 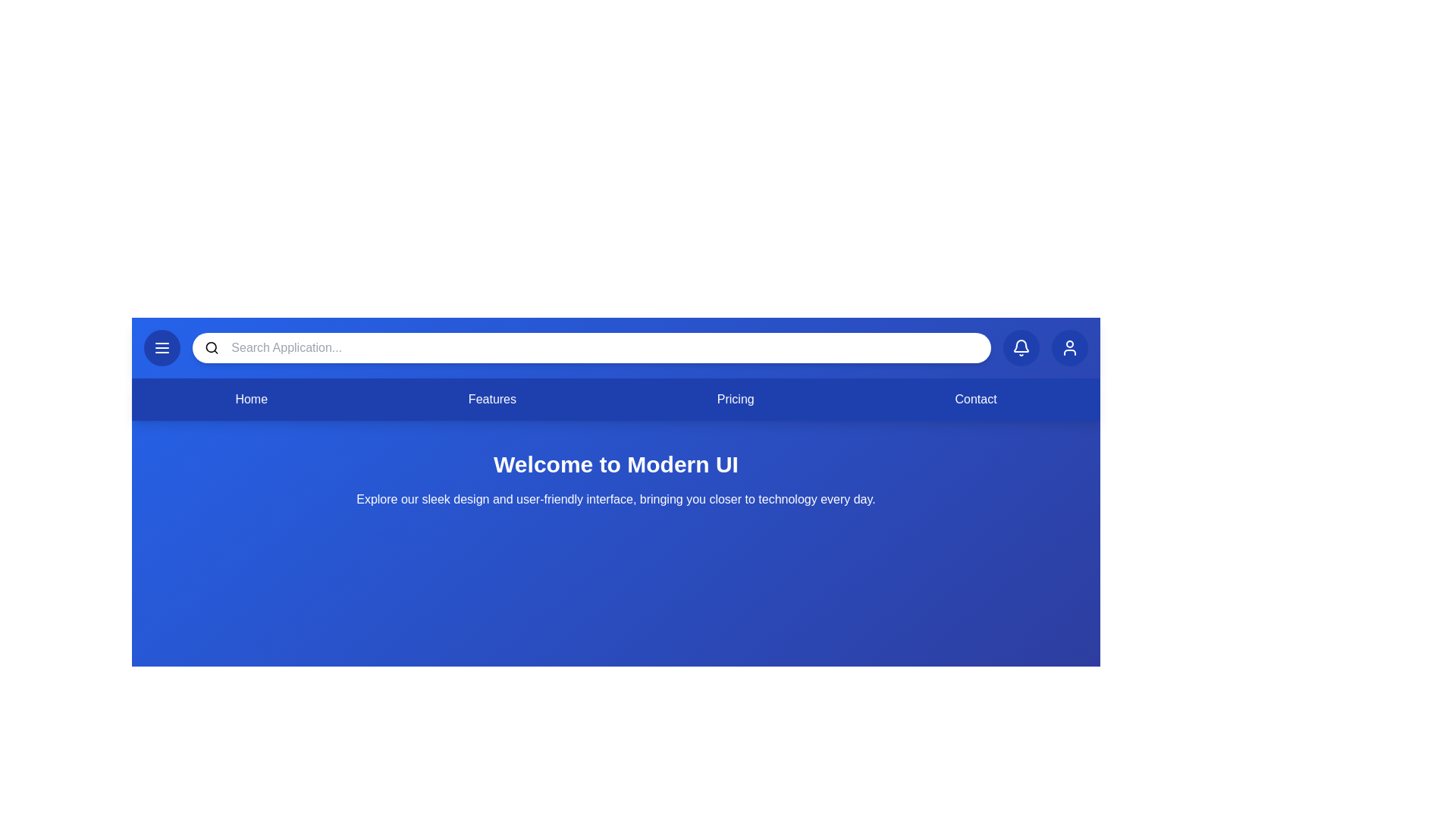 What do you see at coordinates (1069, 348) in the screenshot?
I see `the user profile button to open account options` at bounding box center [1069, 348].